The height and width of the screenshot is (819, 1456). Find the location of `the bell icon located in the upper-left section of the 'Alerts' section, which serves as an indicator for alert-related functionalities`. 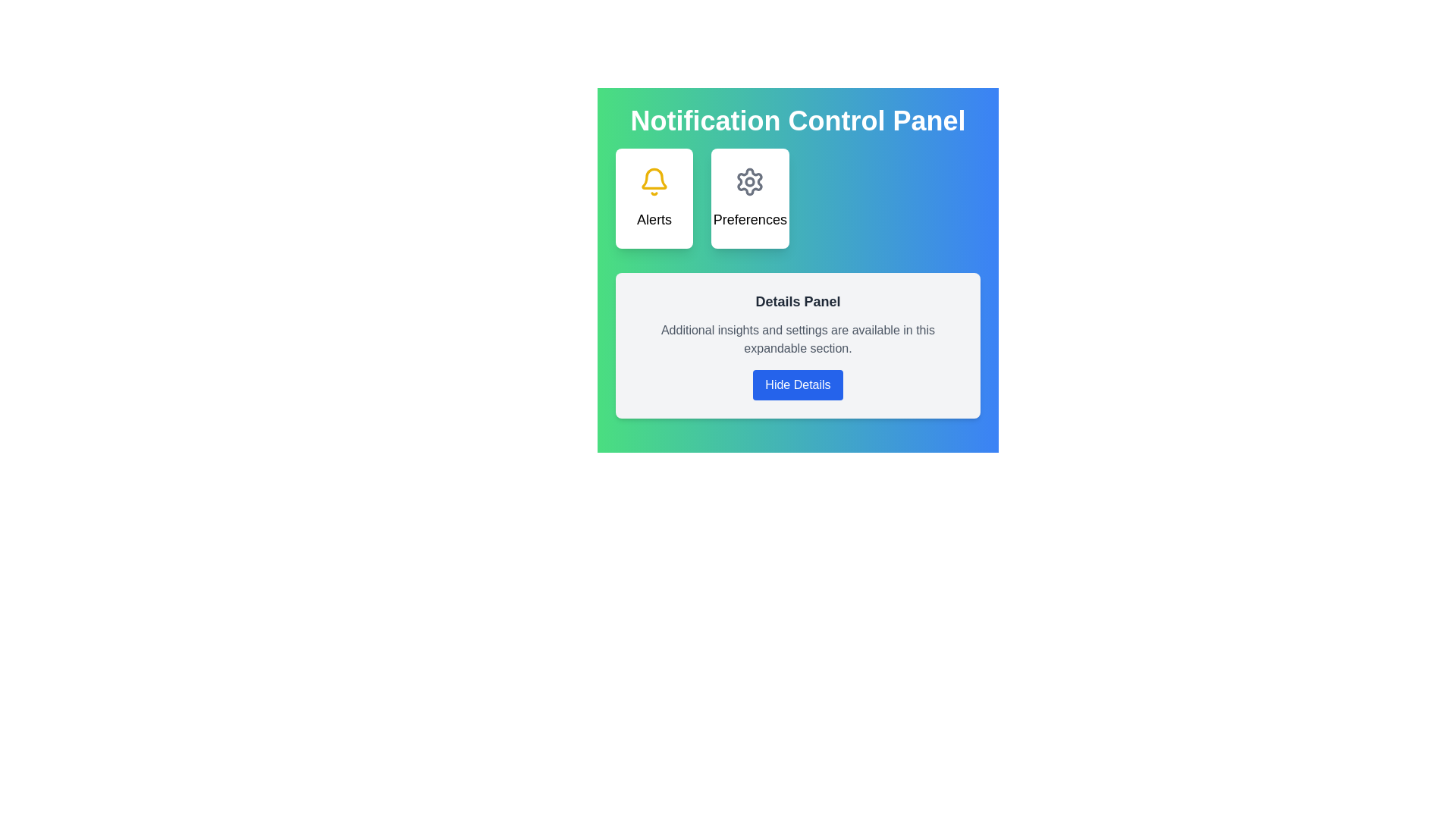

the bell icon located in the upper-left section of the 'Alerts' section, which serves as an indicator for alert-related functionalities is located at coordinates (654, 180).